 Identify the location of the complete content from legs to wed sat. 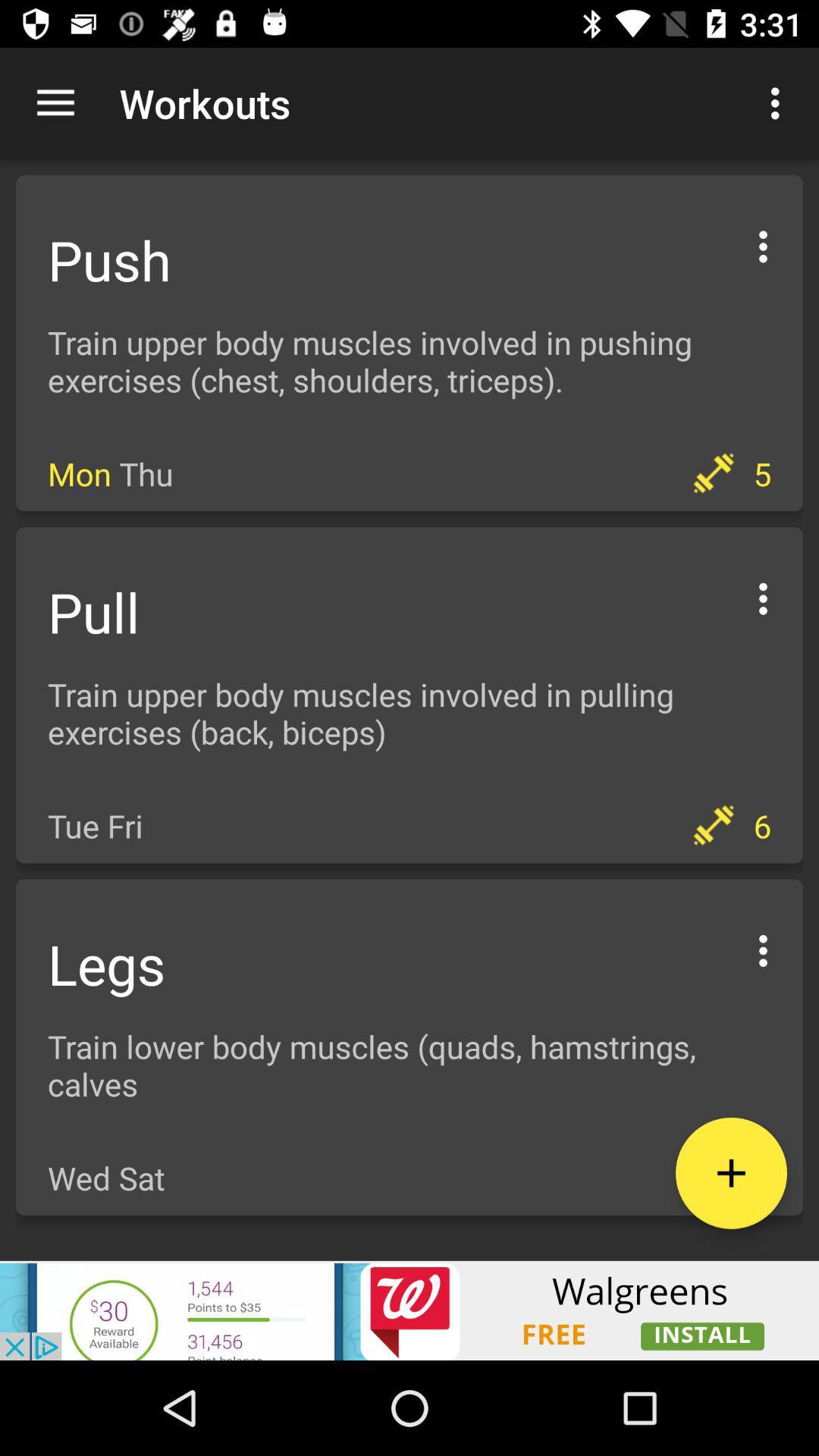
(409, 1046).